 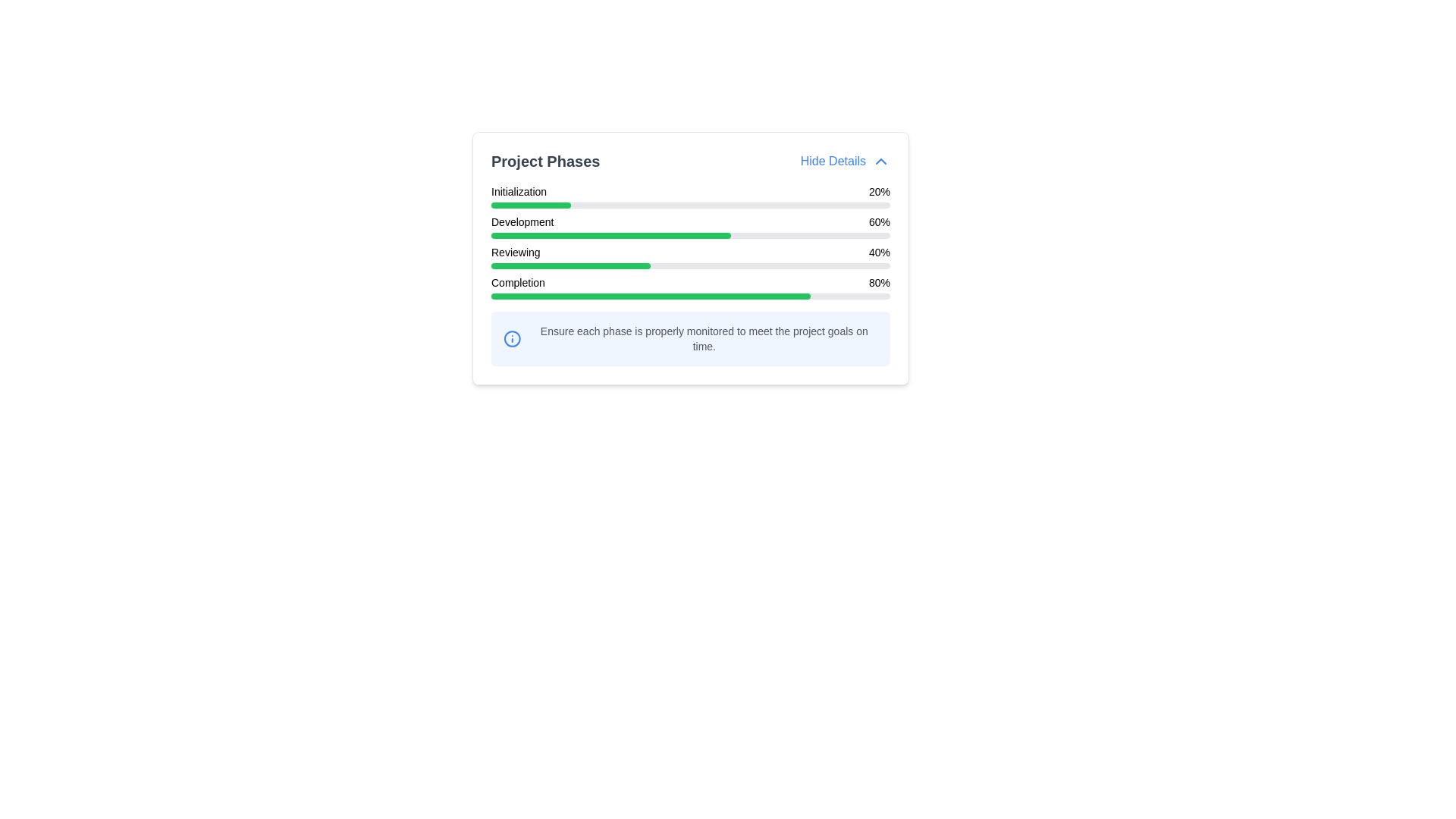 What do you see at coordinates (518, 283) in the screenshot?
I see `the 'Completion' text label located within the white card interface, which is directly below the 'Reviewing' label and above related completion information, to associate it conceptually with the progress bar it labels` at bounding box center [518, 283].